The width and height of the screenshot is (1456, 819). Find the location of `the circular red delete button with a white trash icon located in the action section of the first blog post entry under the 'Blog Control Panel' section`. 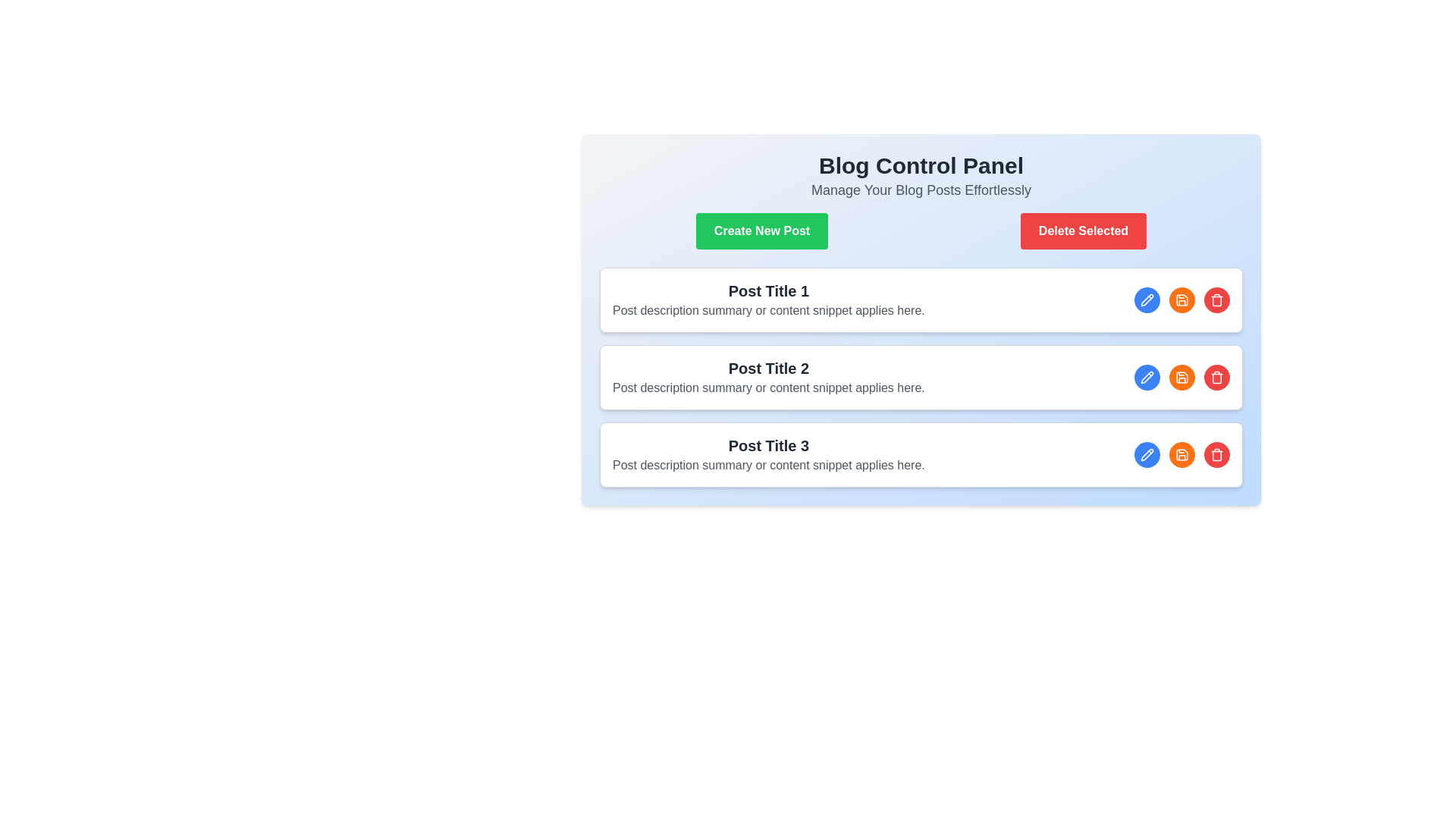

the circular red delete button with a white trash icon located in the action section of the first blog post entry under the 'Blog Control Panel' section is located at coordinates (1216, 300).